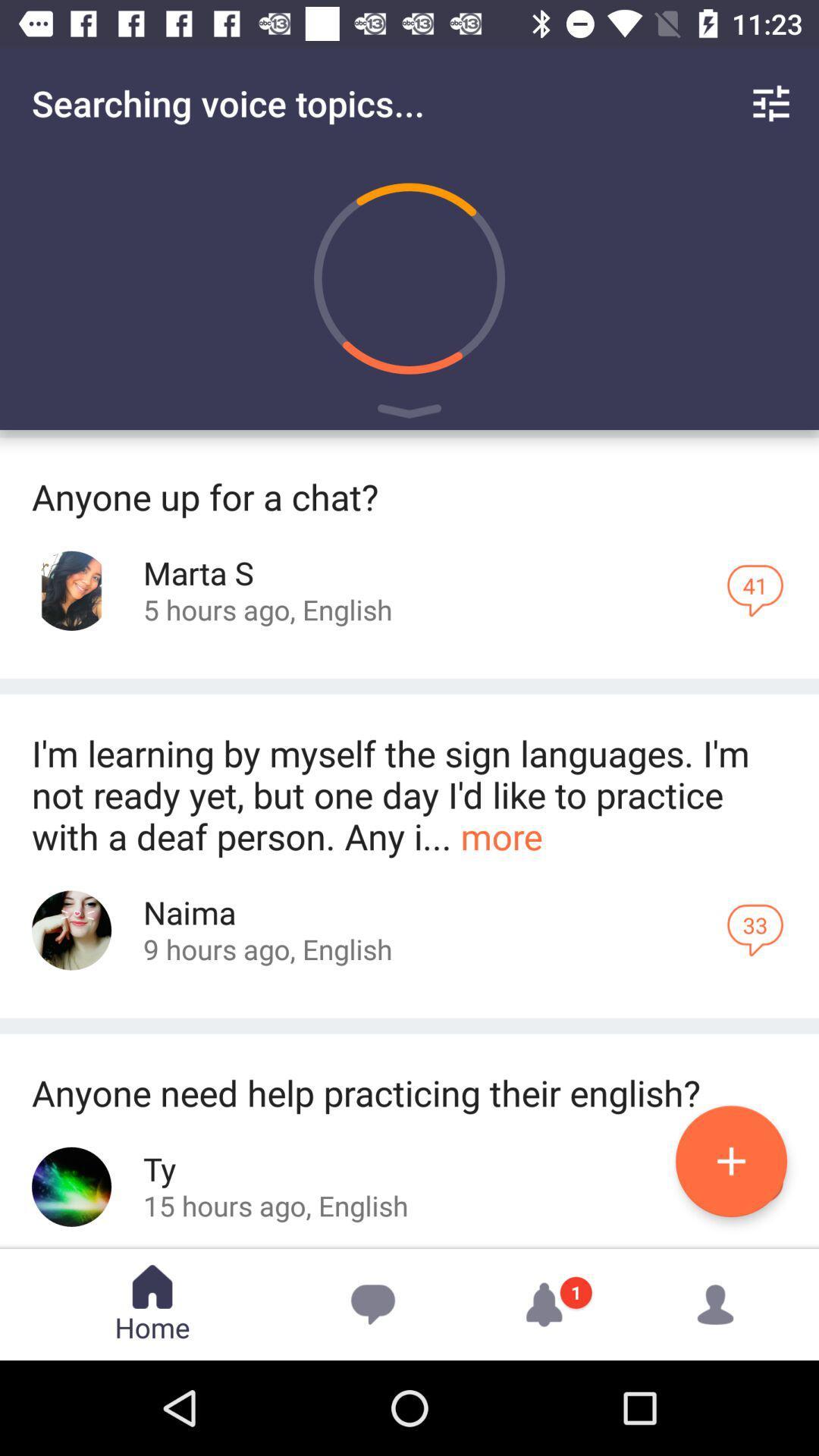 The image size is (819, 1456). I want to click on minimize button, so click(409, 414).